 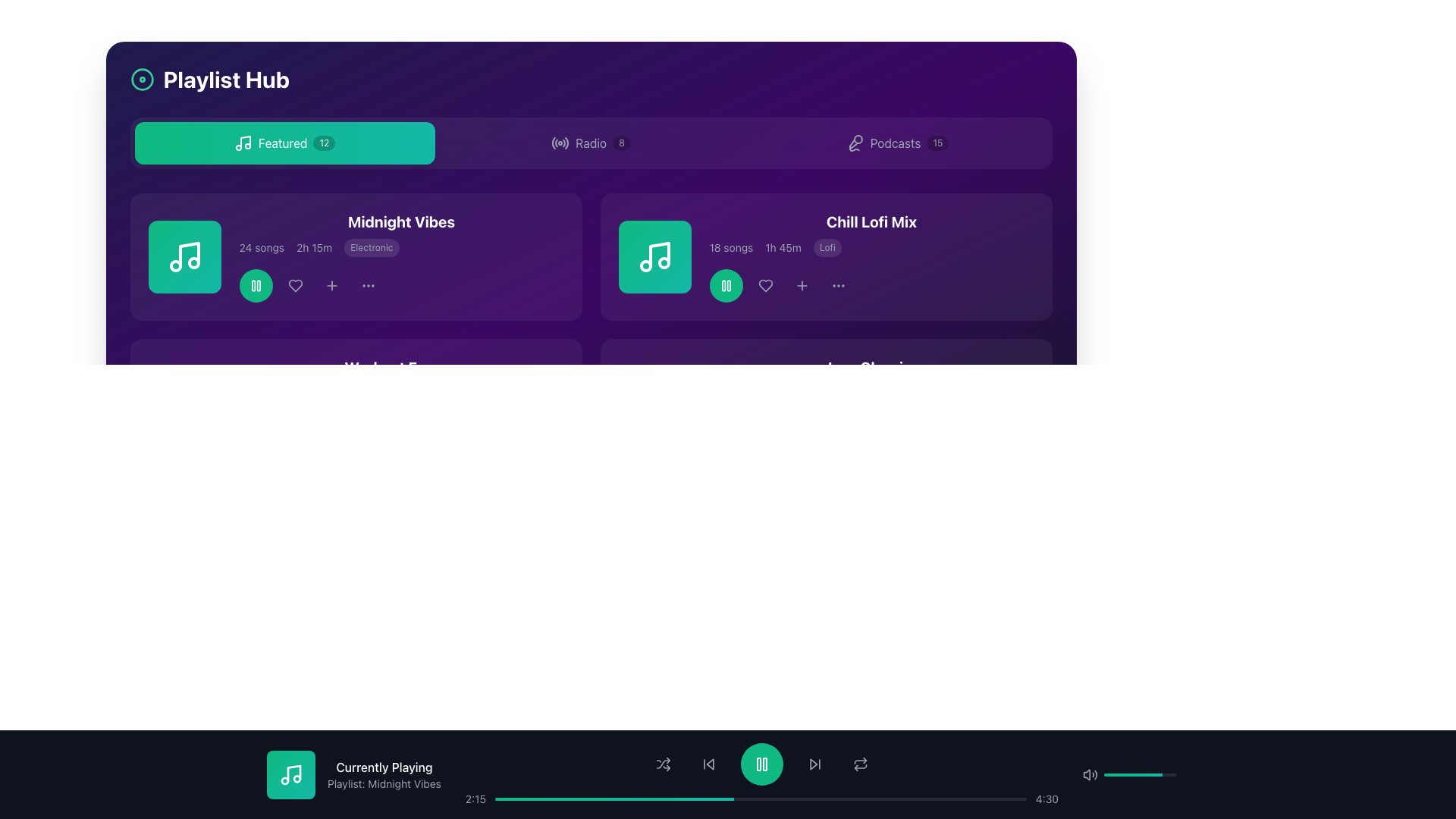 What do you see at coordinates (245, 142) in the screenshot?
I see `the vertical line of the musical note icon located within the green 'Featured' button in the top-left section of the interface` at bounding box center [245, 142].